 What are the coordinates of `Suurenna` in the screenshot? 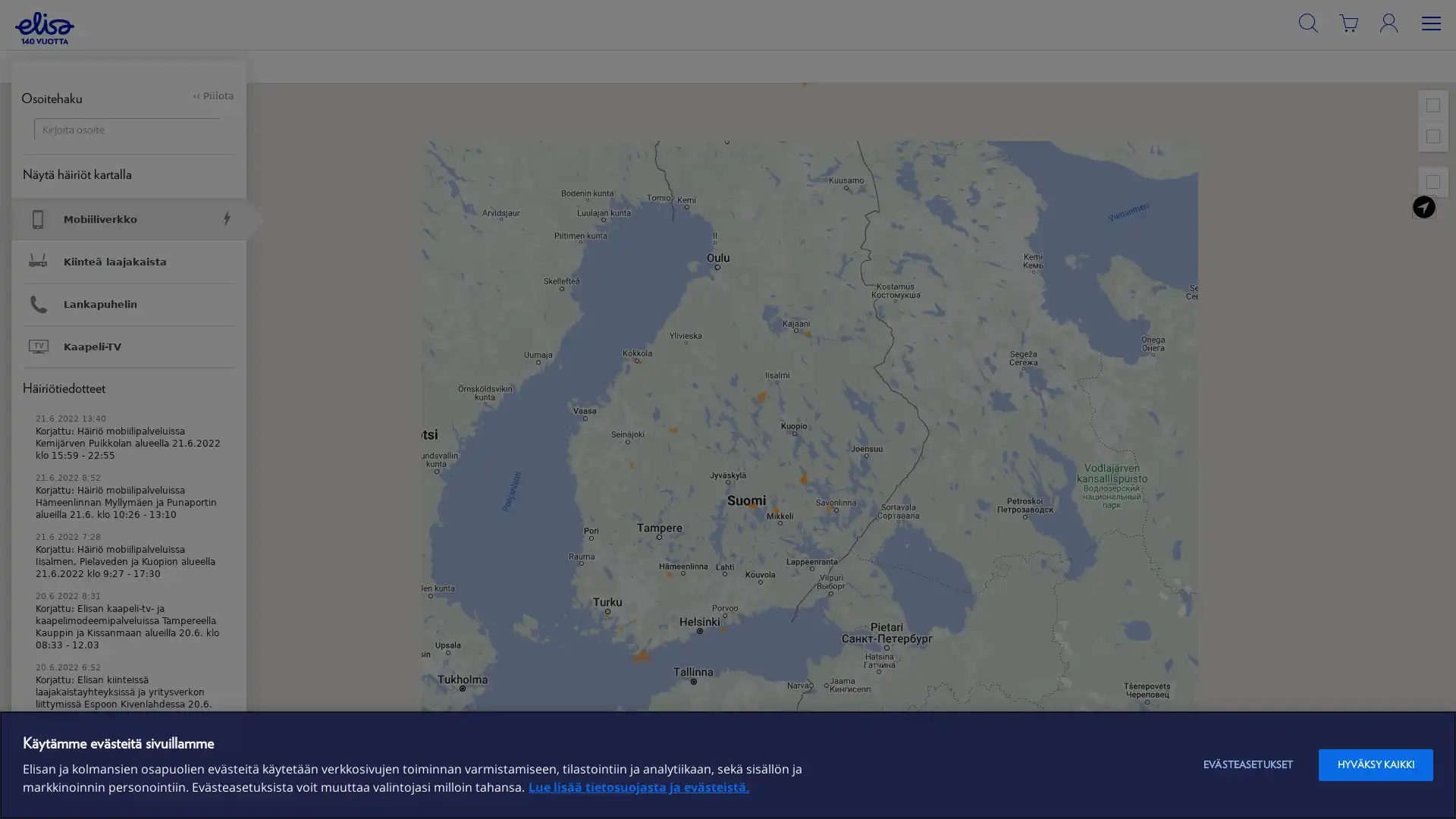 It's located at (1432, 104).